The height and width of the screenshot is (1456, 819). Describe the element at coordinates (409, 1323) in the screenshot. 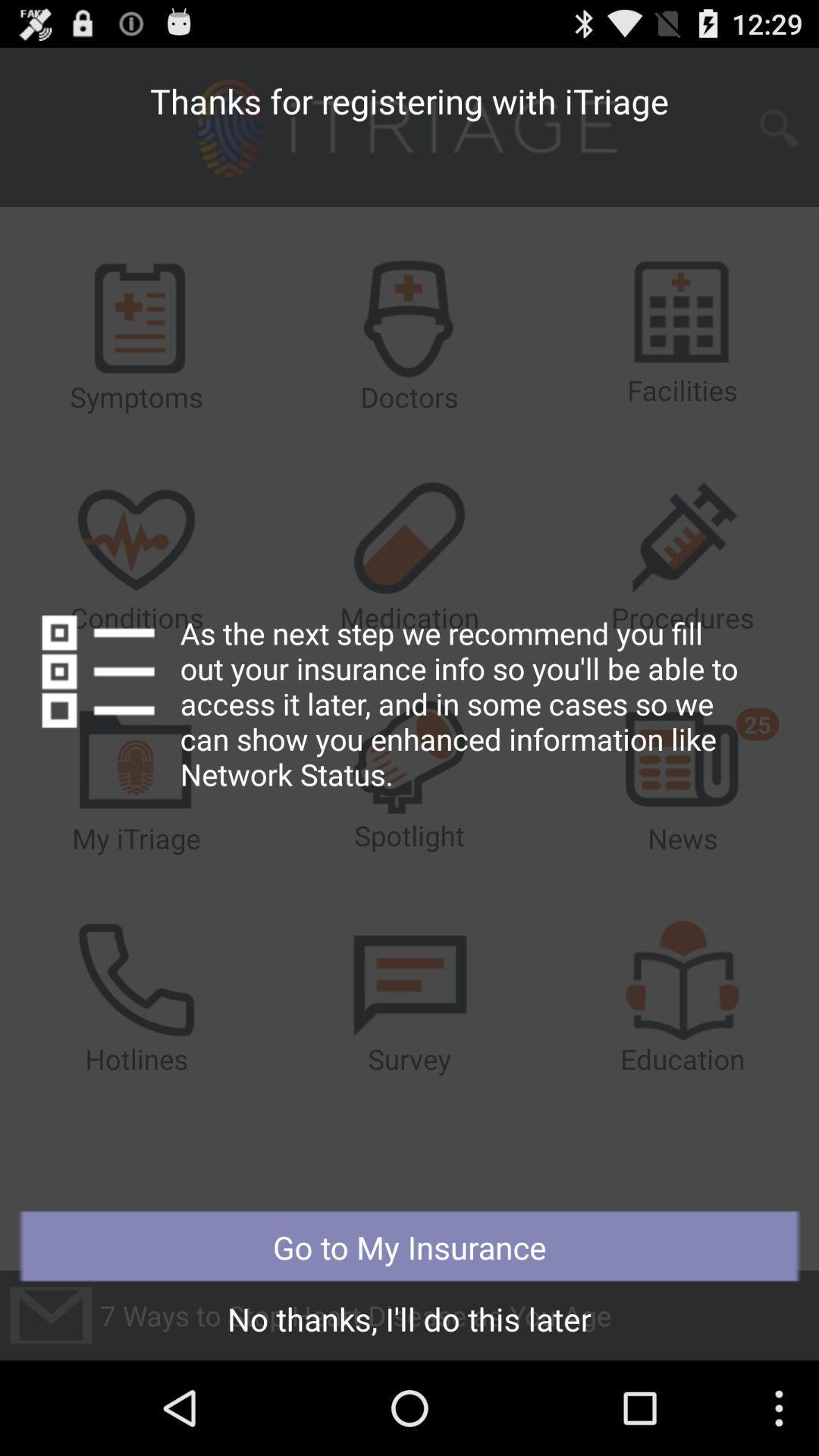

I see `the no thanks i item` at that location.